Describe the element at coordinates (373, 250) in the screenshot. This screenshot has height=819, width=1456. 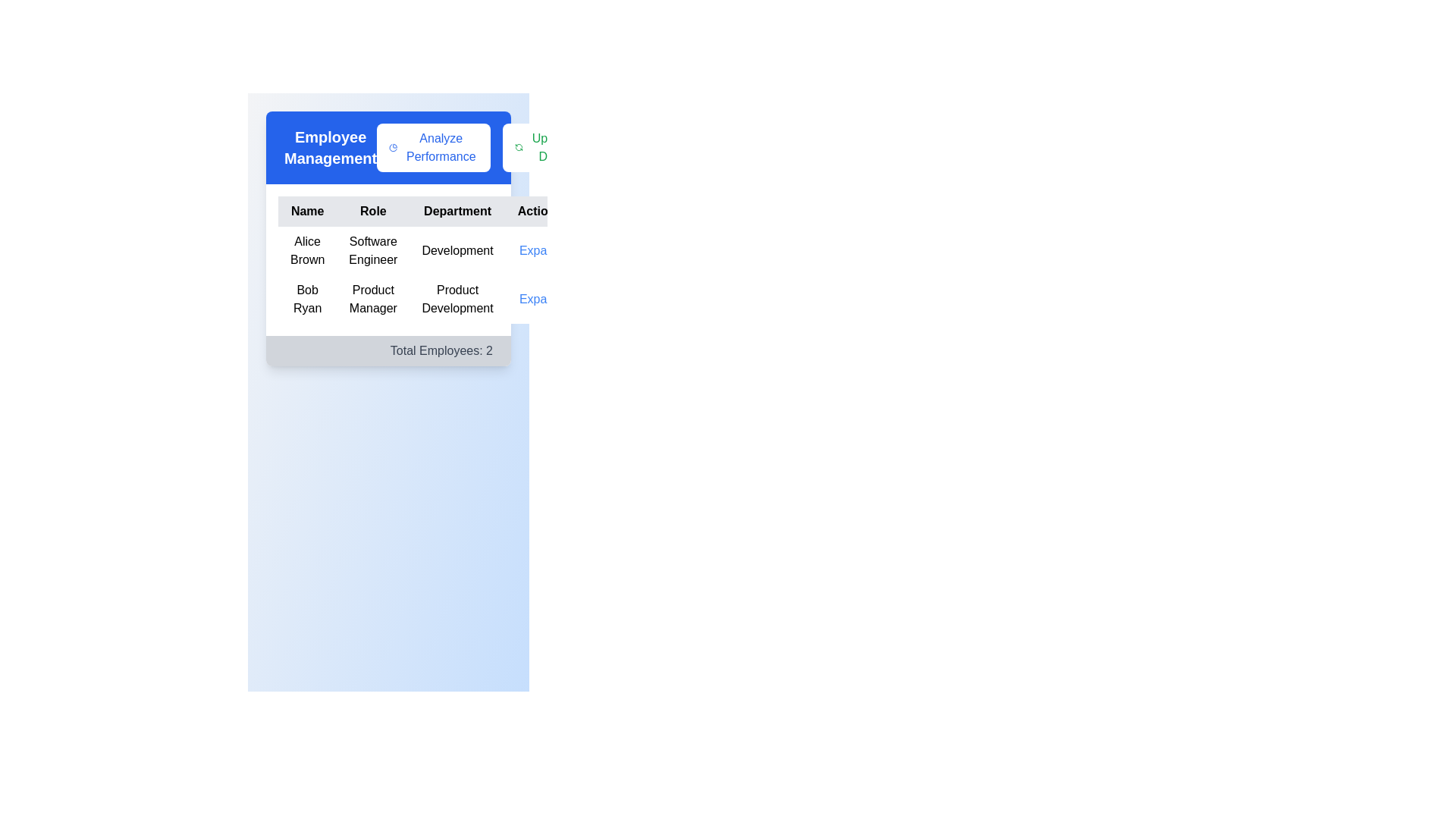
I see `the text display that shows the job title for the individual 'Alice Brown' in the table, located in the second column of the first row under the 'Role' header` at that location.